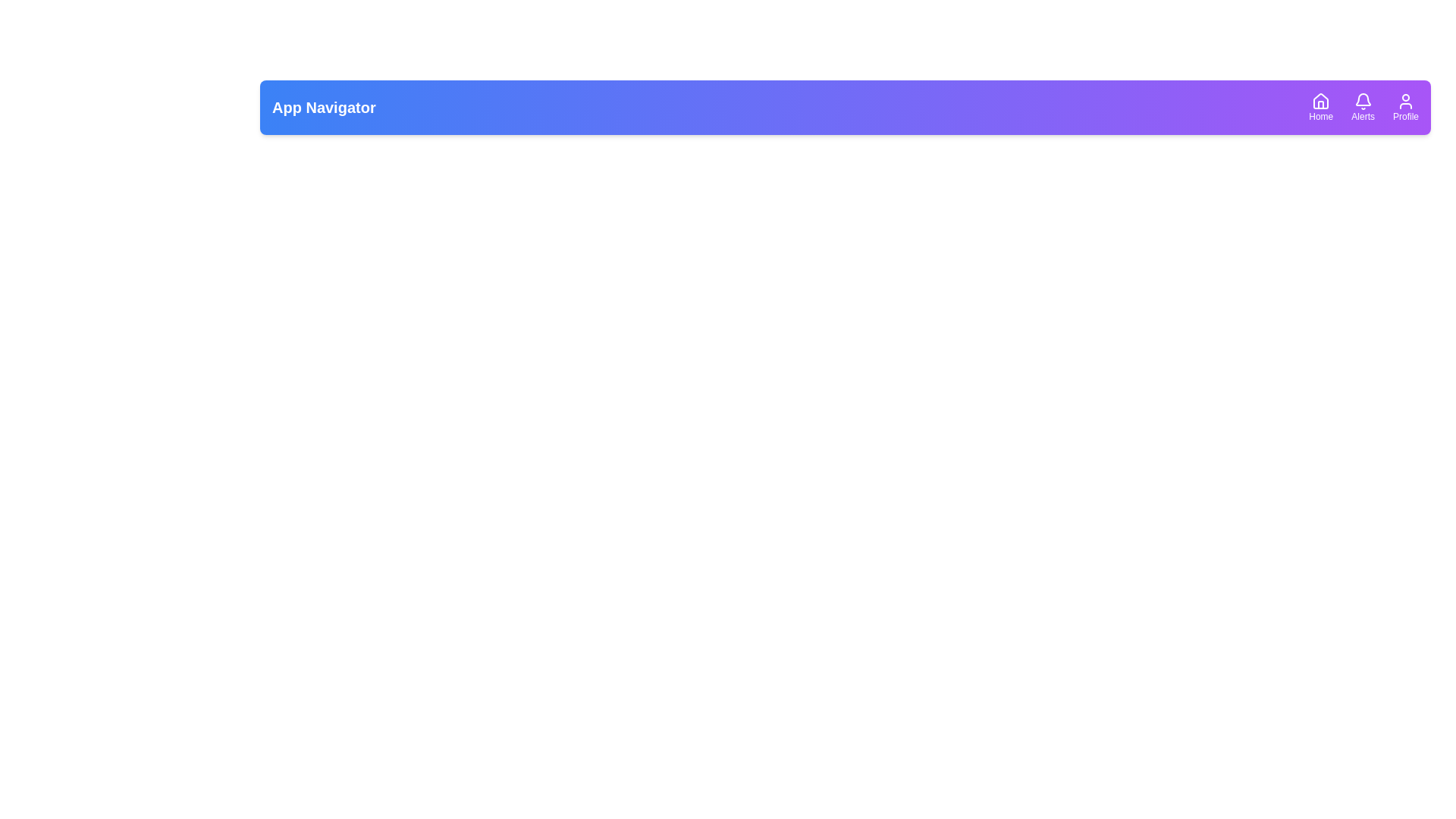 The image size is (1456, 819). Describe the element at coordinates (1320, 102) in the screenshot. I see `the house icon located in the top-right section of the navigation bar, which is displayed in white against a purple background and is part of the 'Home' button` at that location.